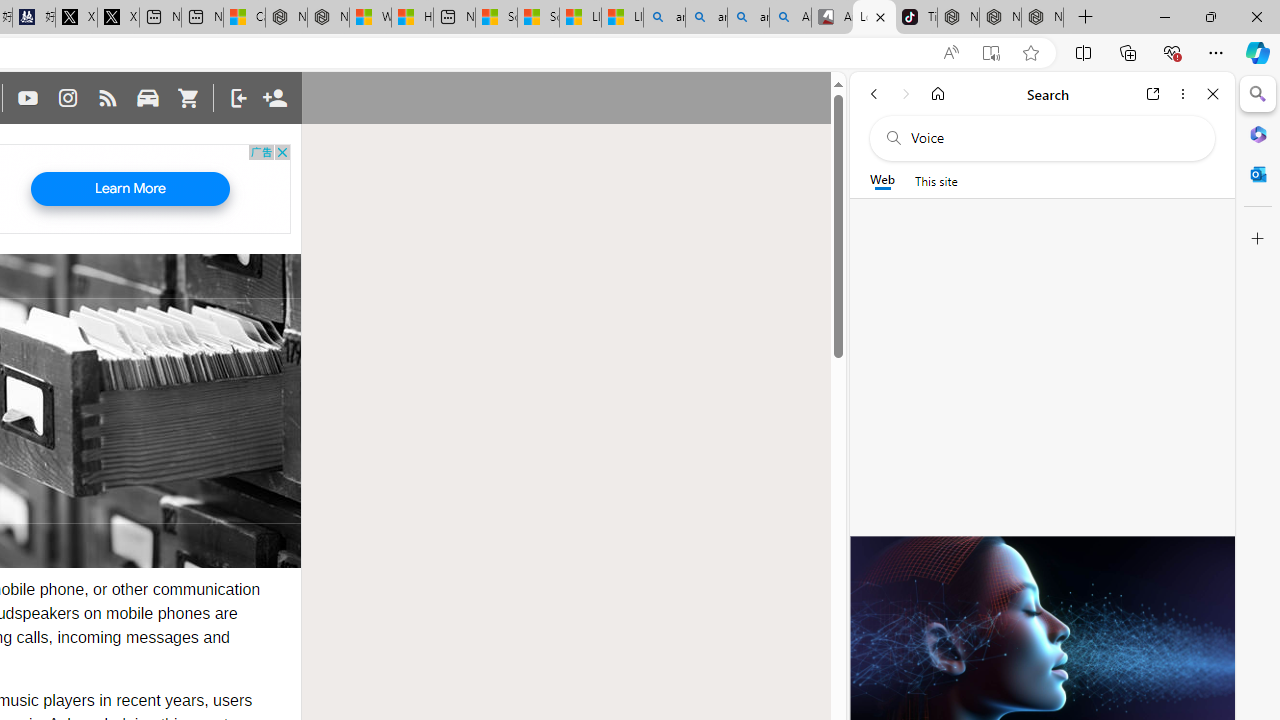 The image size is (1280, 720). I want to click on 'amazon - Search', so click(706, 17).